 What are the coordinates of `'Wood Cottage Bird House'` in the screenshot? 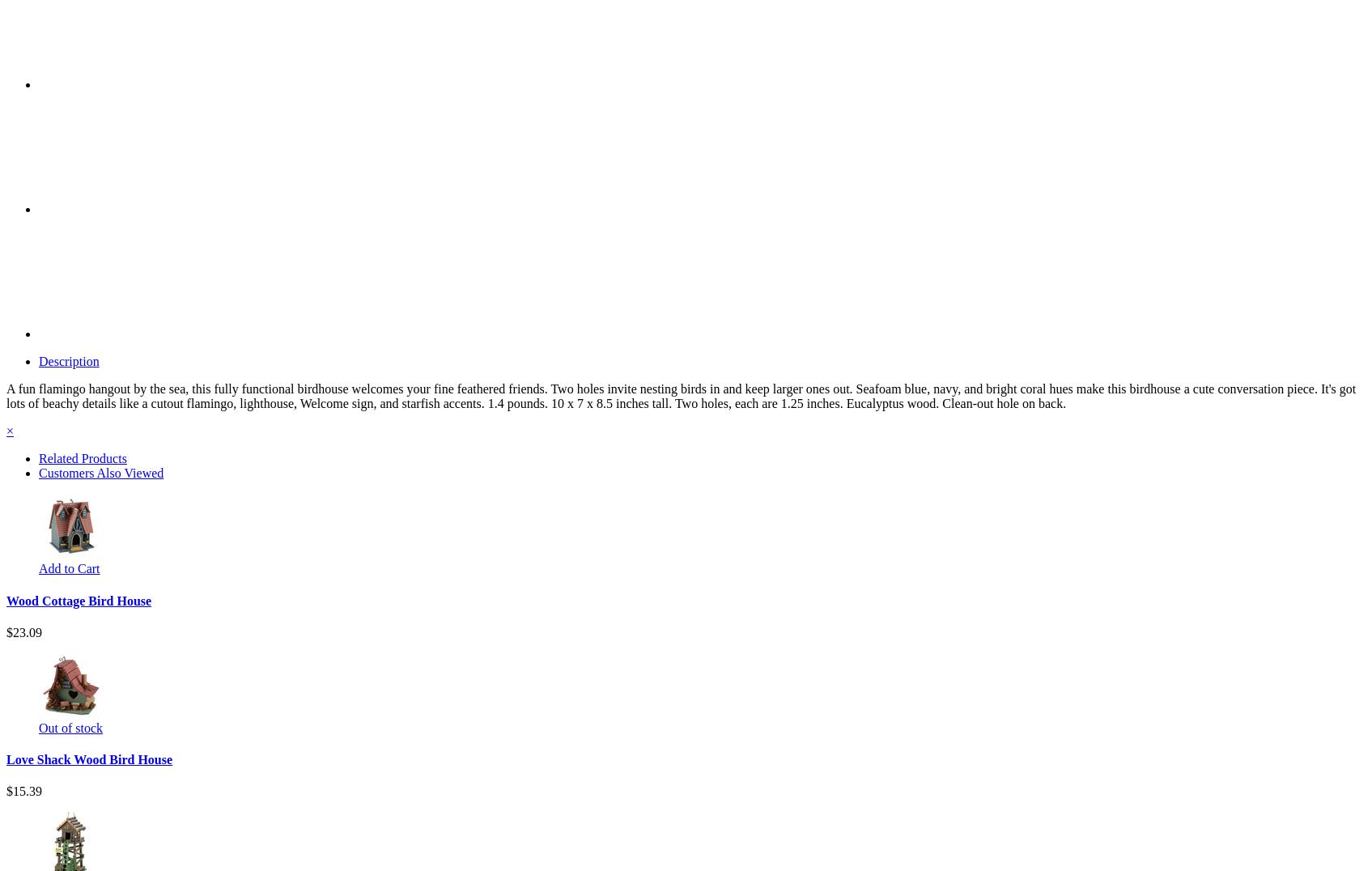 It's located at (6, 599).